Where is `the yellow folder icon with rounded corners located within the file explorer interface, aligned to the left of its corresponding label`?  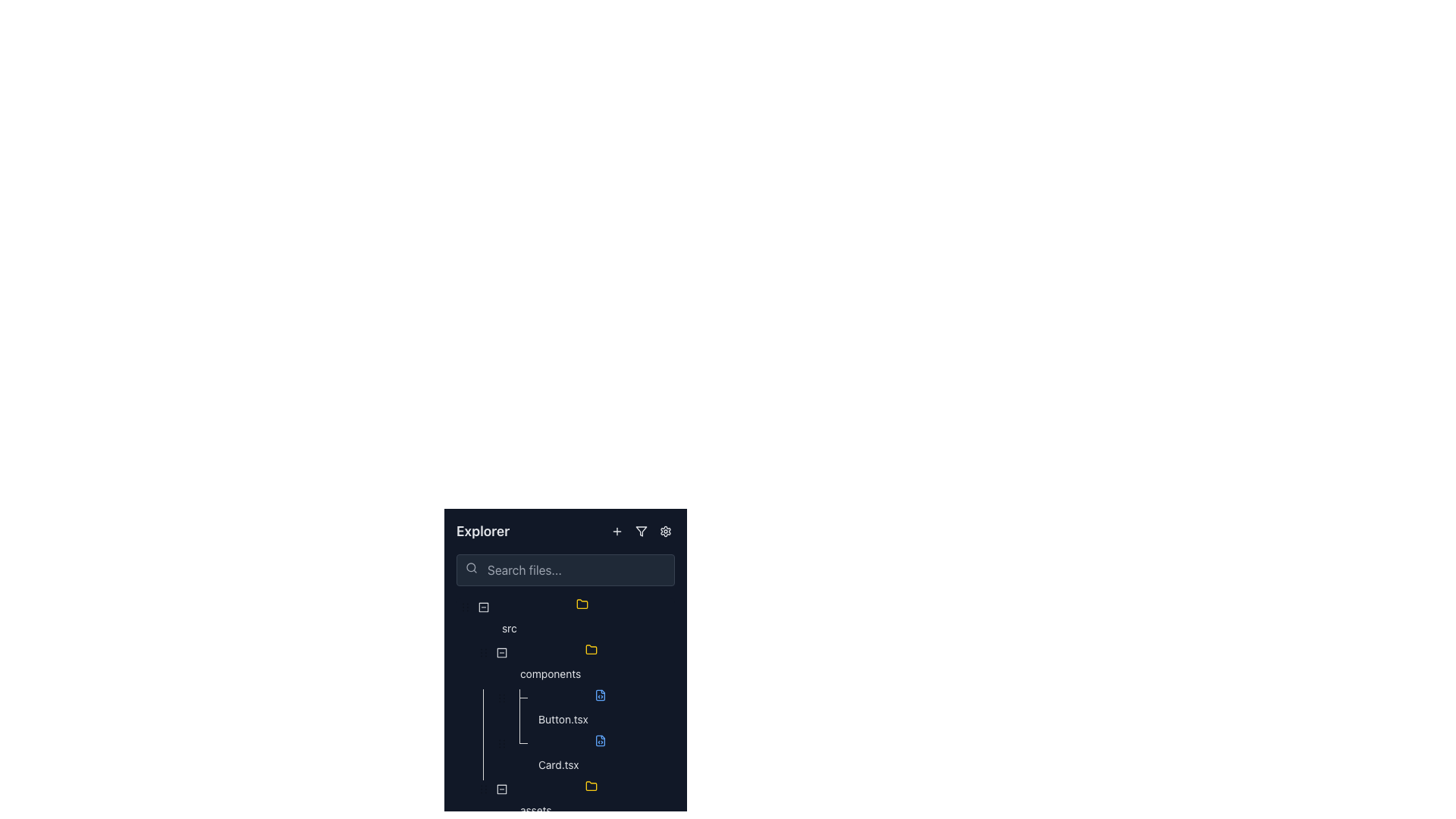 the yellow folder icon with rounded corners located within the file explorer interface, aligned to the left of its corresponding label is located at coordinates (590, 786).